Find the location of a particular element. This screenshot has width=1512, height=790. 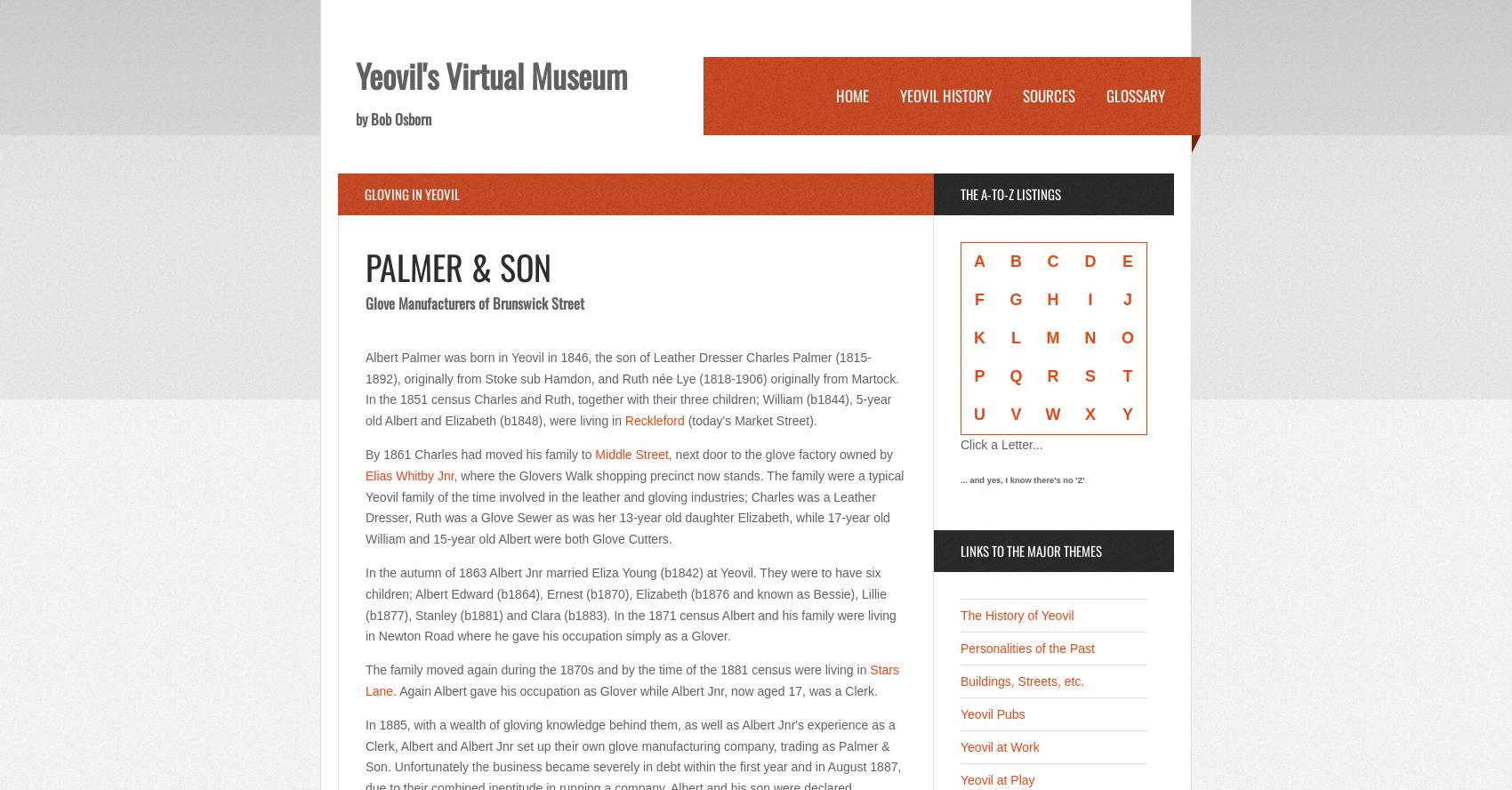

'I' is located at coordinates (1089, 299).